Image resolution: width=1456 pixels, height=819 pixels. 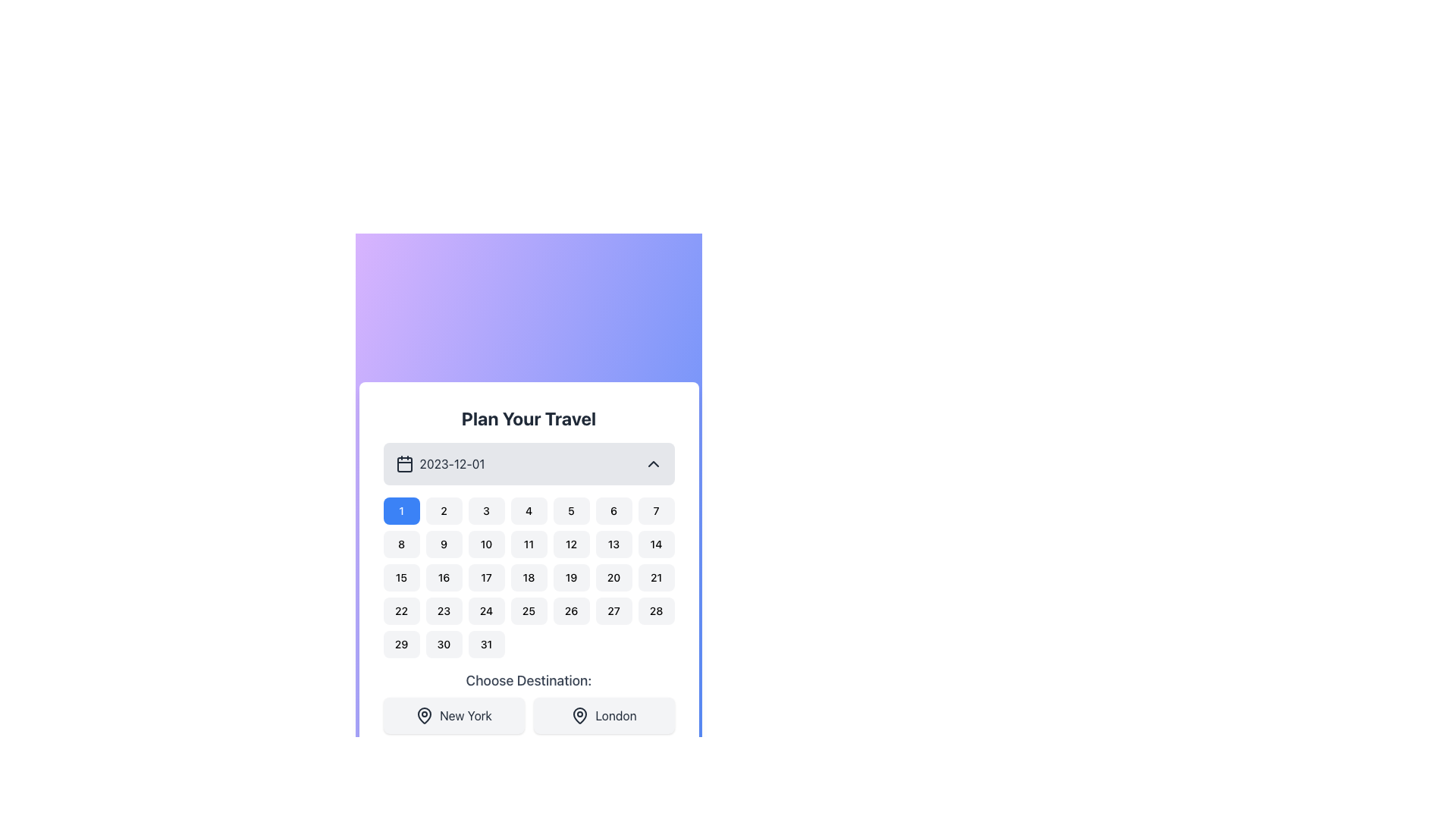 I want to click on the selectable day '25' button in the monthly calendar interface, so click(x=529, y=610).